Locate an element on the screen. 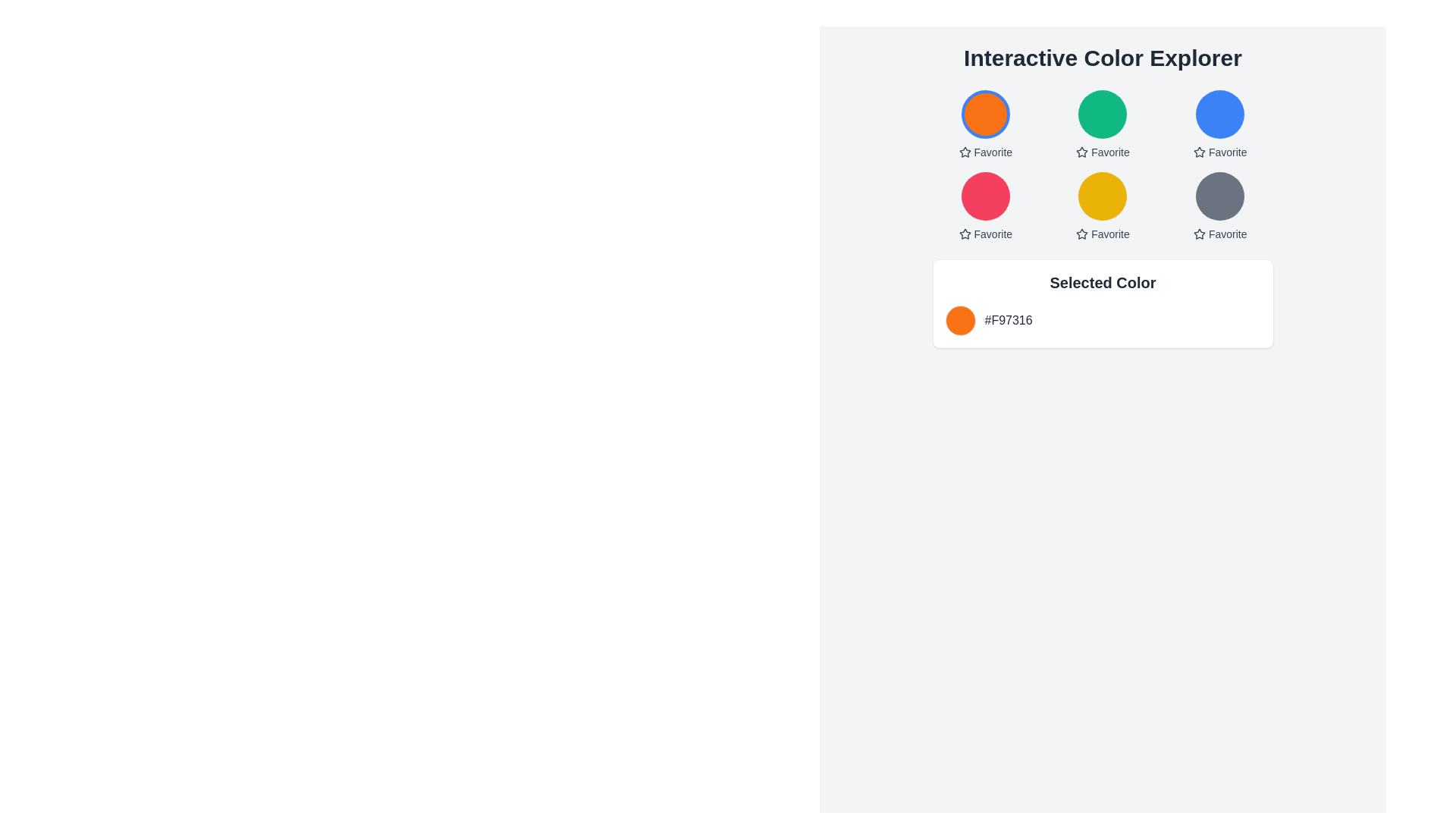 Image resolution: width=1456 pixels, height=819 pixels. the circular button with a gray background is located at coordinates (1220, 195).